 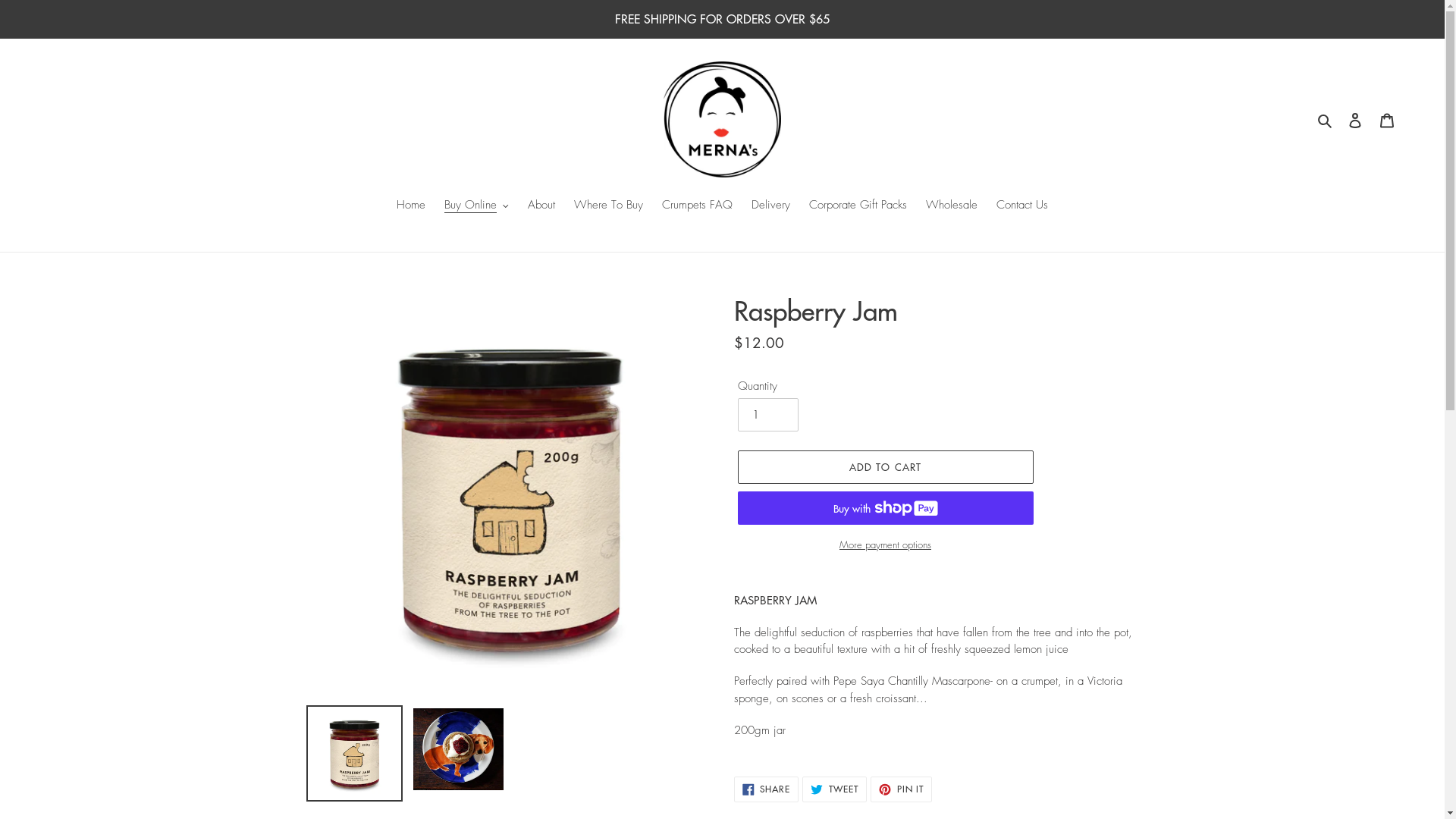 I want to click on 'Where To Buy', so click(x=566, y=206).